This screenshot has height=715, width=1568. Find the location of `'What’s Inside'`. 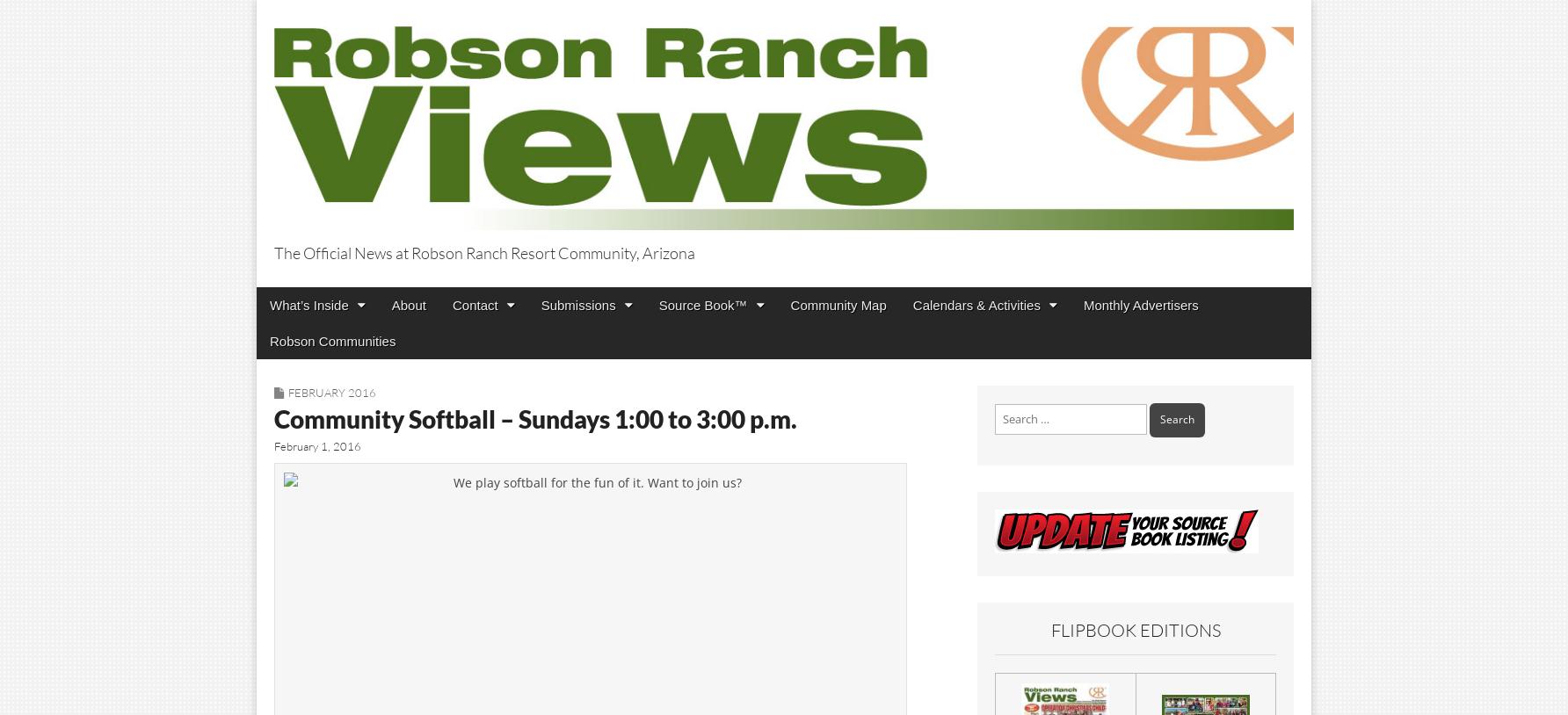

'What’s Inside' is located at coordinates (270, 304).